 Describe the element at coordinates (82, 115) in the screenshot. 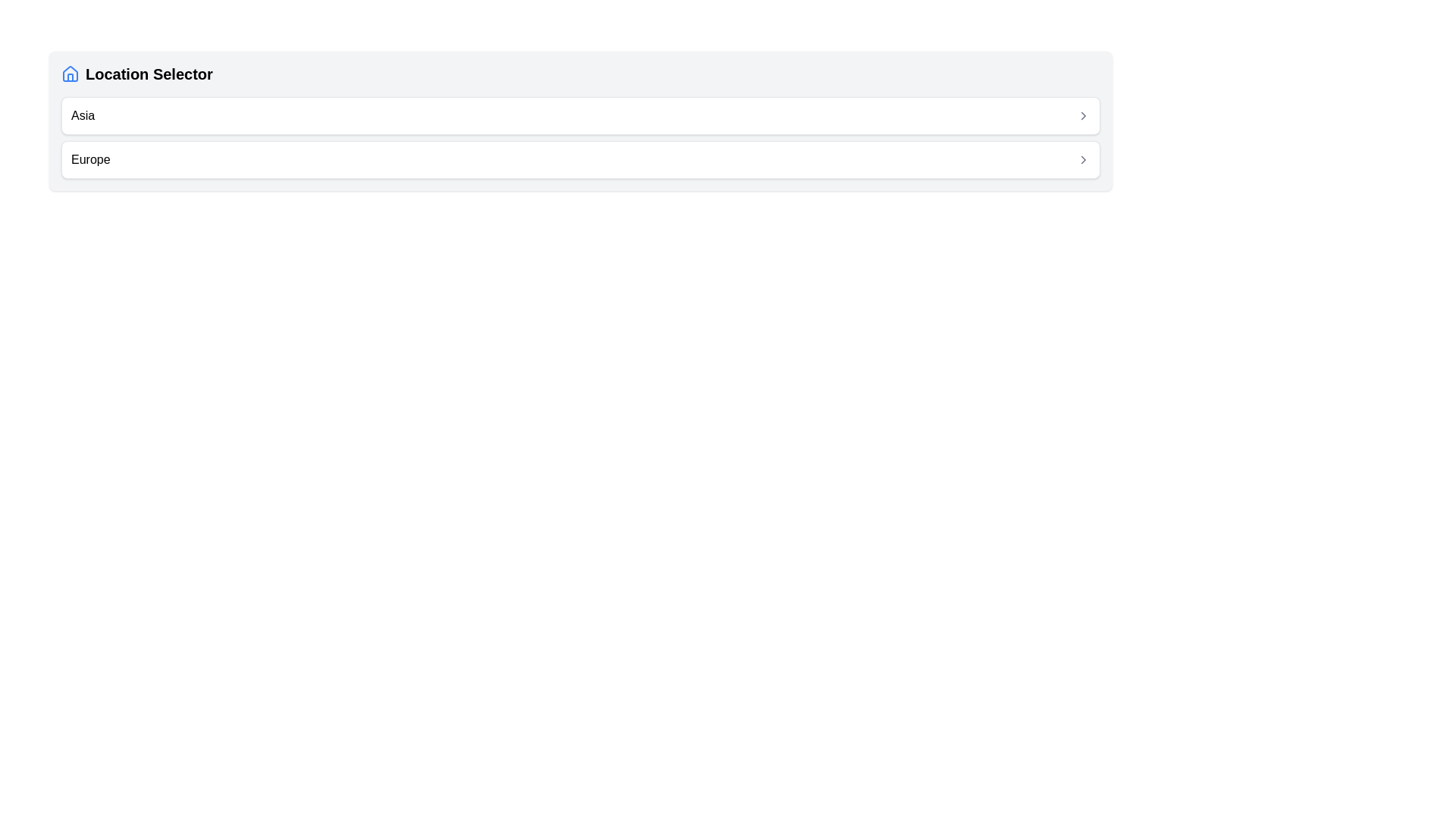

I see `the 'Asia' text label located in the top selection box of the location selector` at that location.